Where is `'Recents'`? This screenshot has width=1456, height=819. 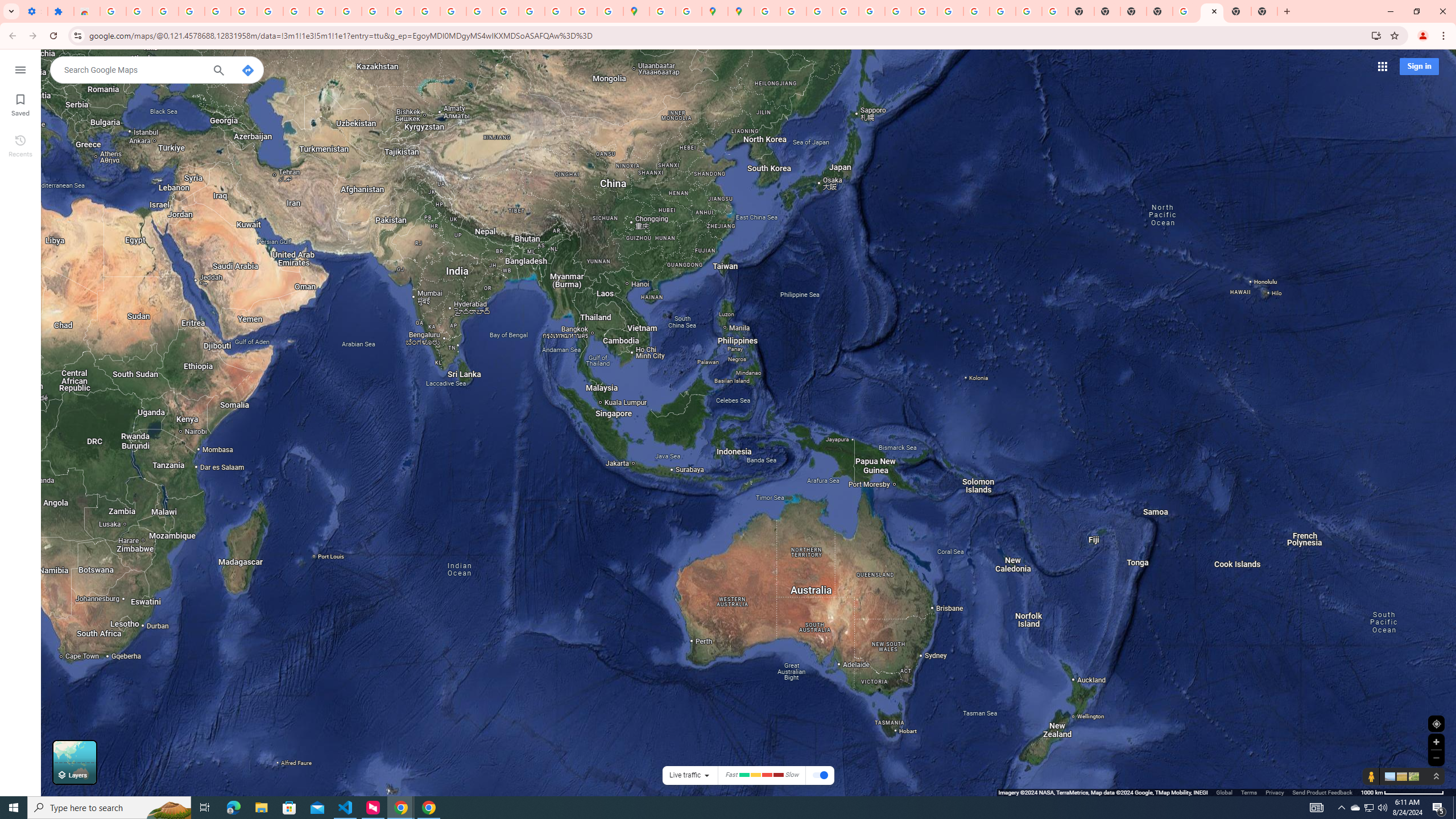 'Recents' is located at coordinates (19, 144).